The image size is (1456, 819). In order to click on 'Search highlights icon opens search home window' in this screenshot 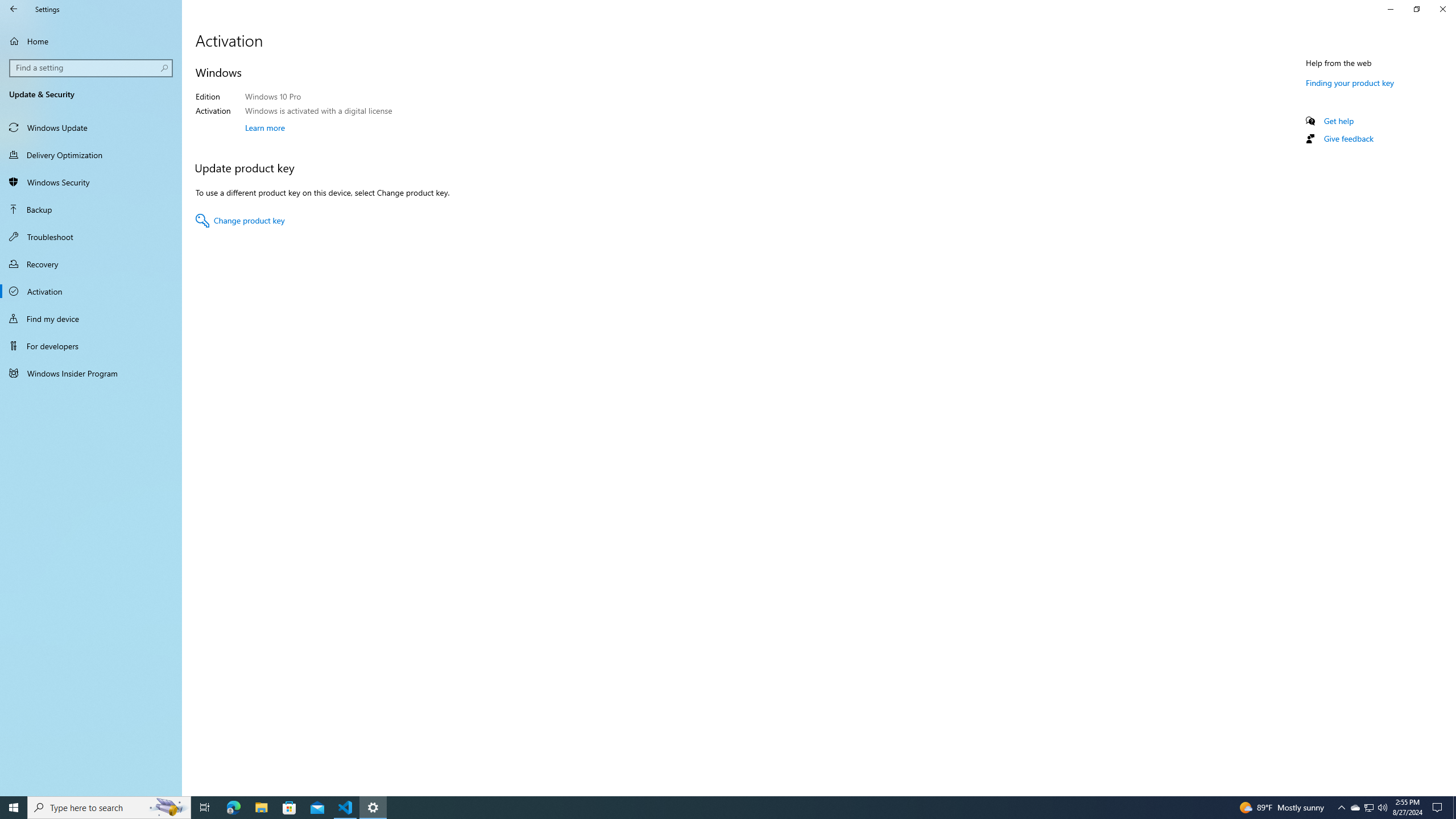, I will do `click(167, 806)`.